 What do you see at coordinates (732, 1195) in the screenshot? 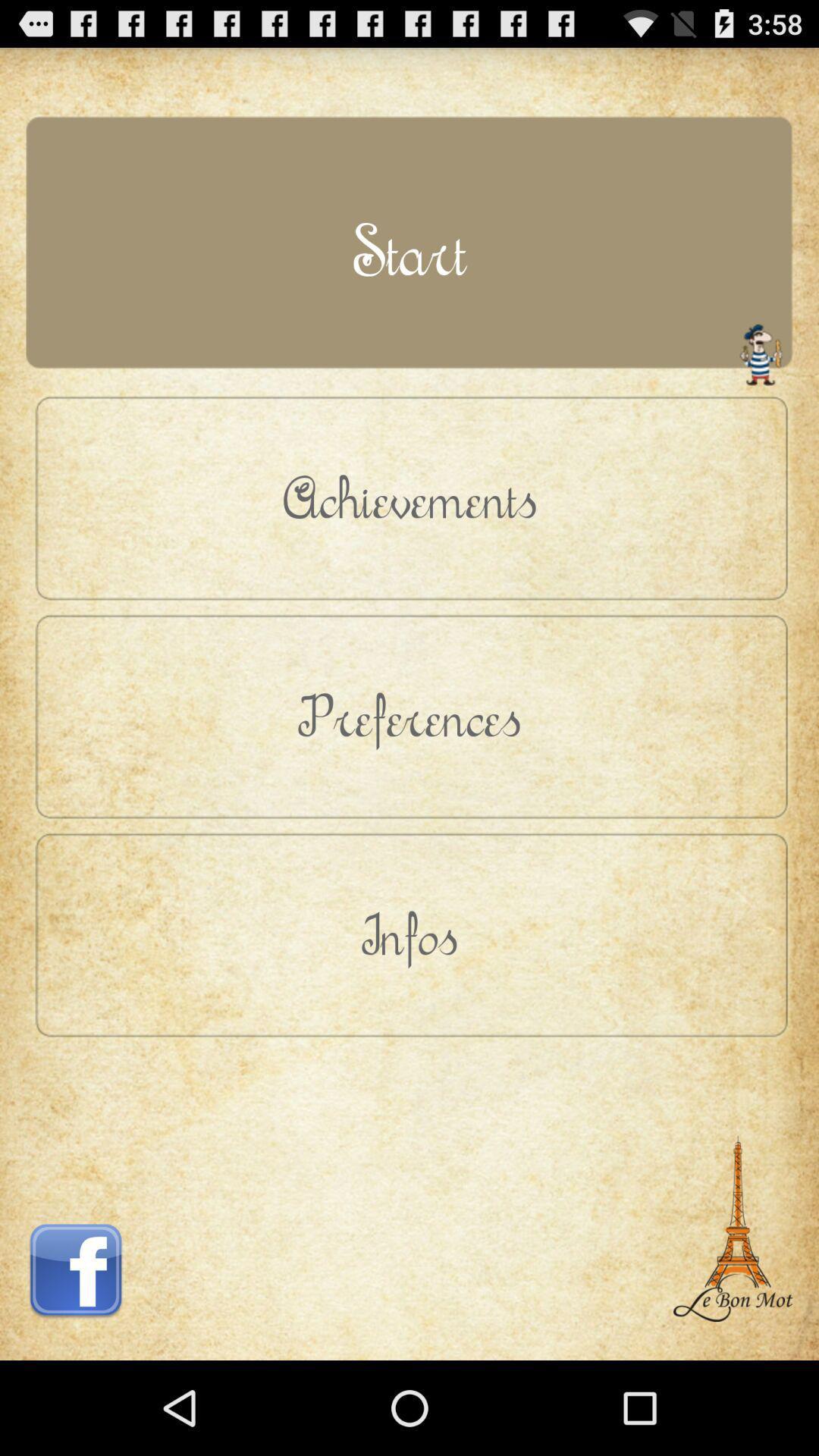
I see `item below infos button` at bounding box center [732, 1195].